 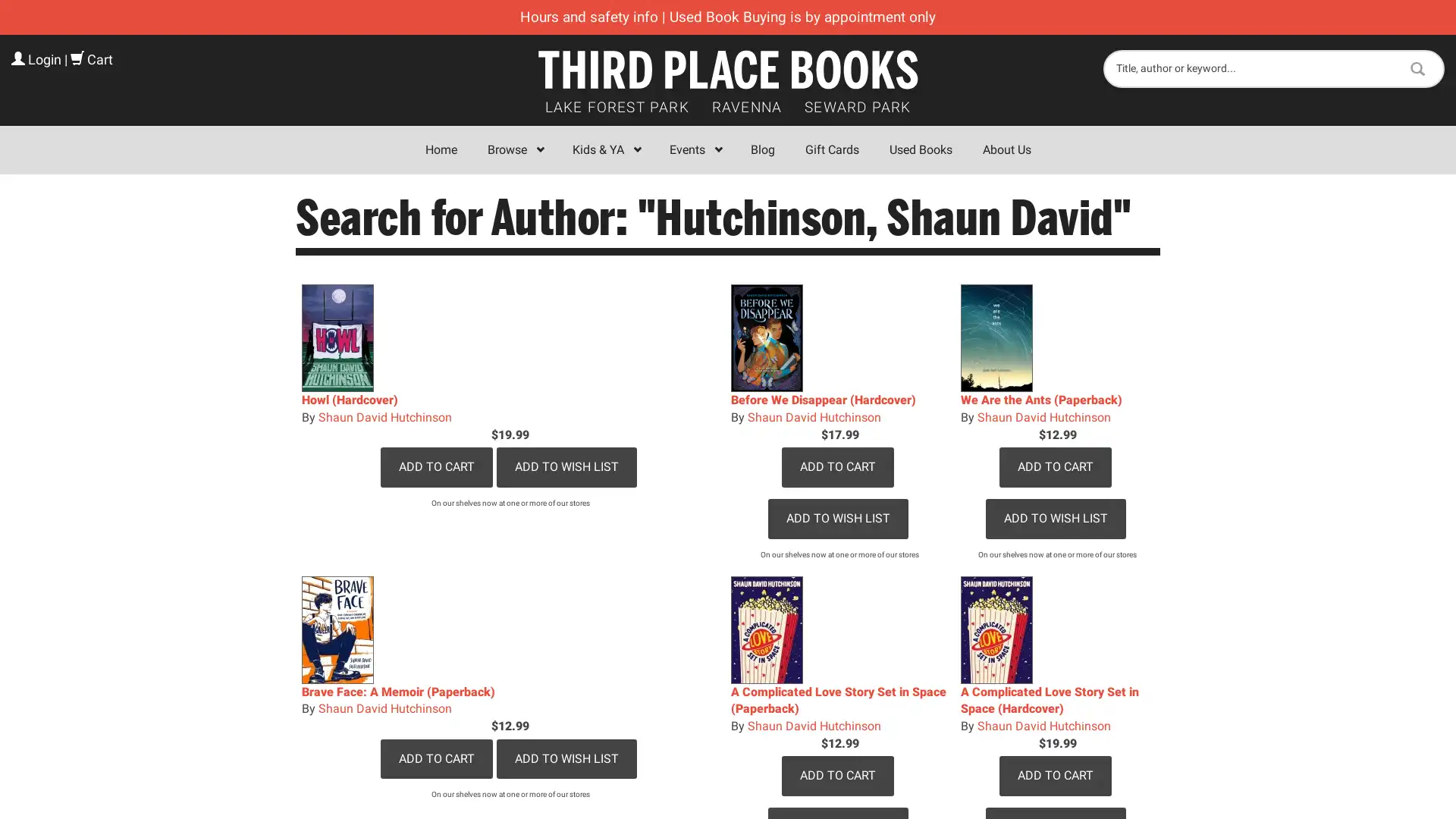 I want to click on Add to Cart, so click(x=836, y=466).